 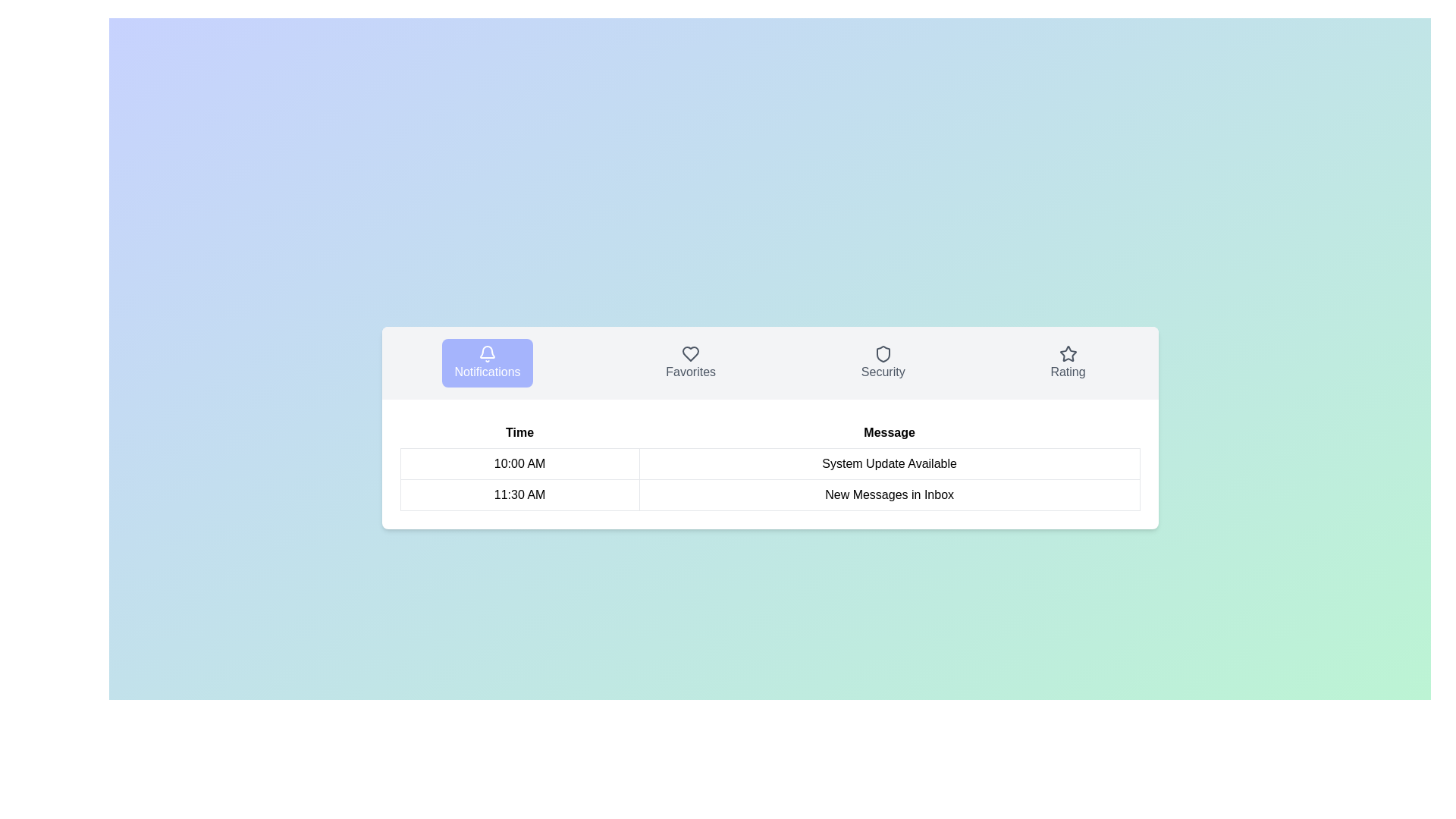 I want to click on the 'Security' button that features a shield icon above and is gray in color, located in the third position from the left in the horizontal menu bar, so click(x=883, y=362).